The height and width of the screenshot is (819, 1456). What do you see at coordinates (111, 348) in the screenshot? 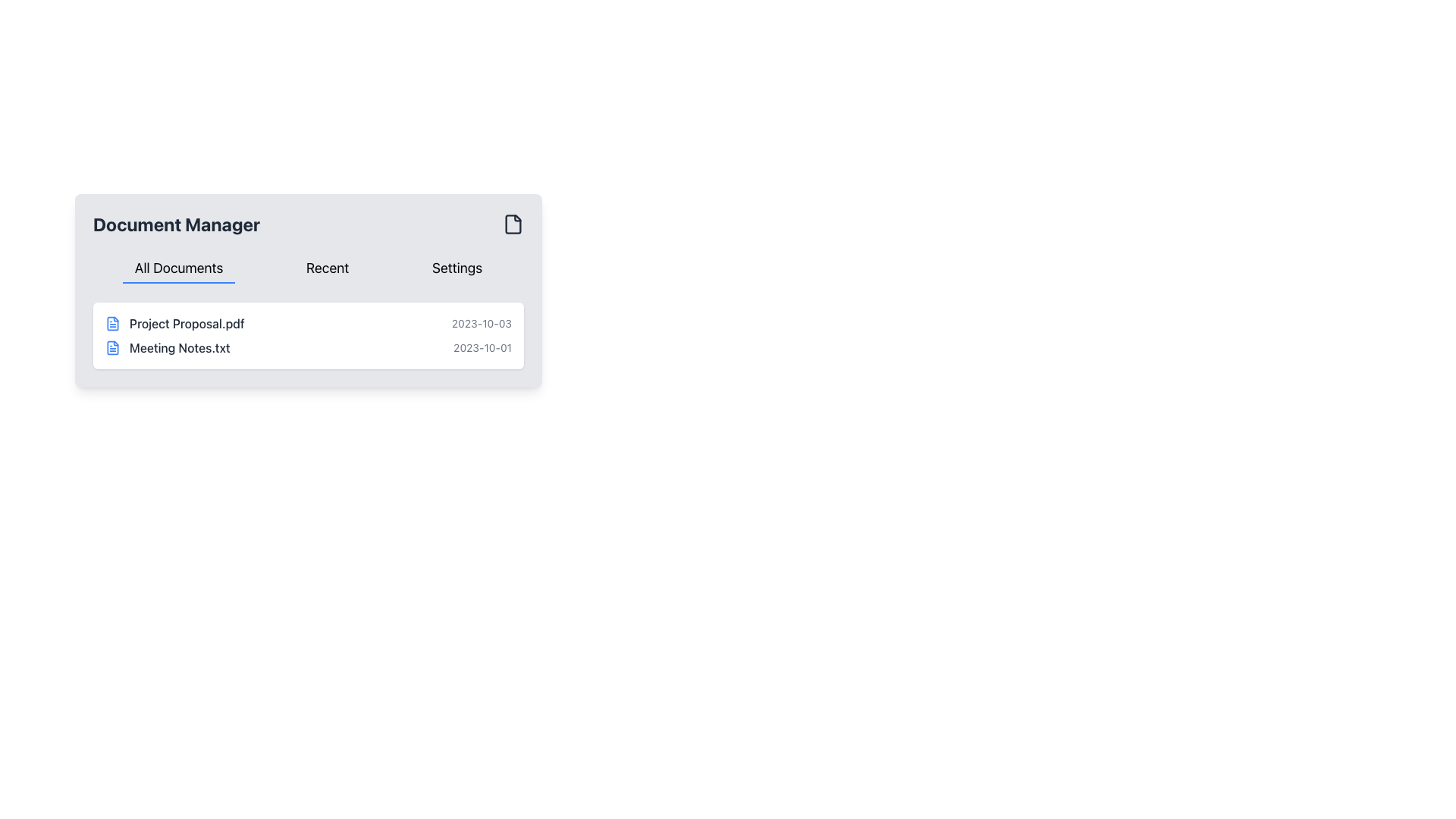
I see `the small blue icon resembling a file or document, located to the left of the text 'Meeting Notes.txt'` at bounding box center [111, 348].